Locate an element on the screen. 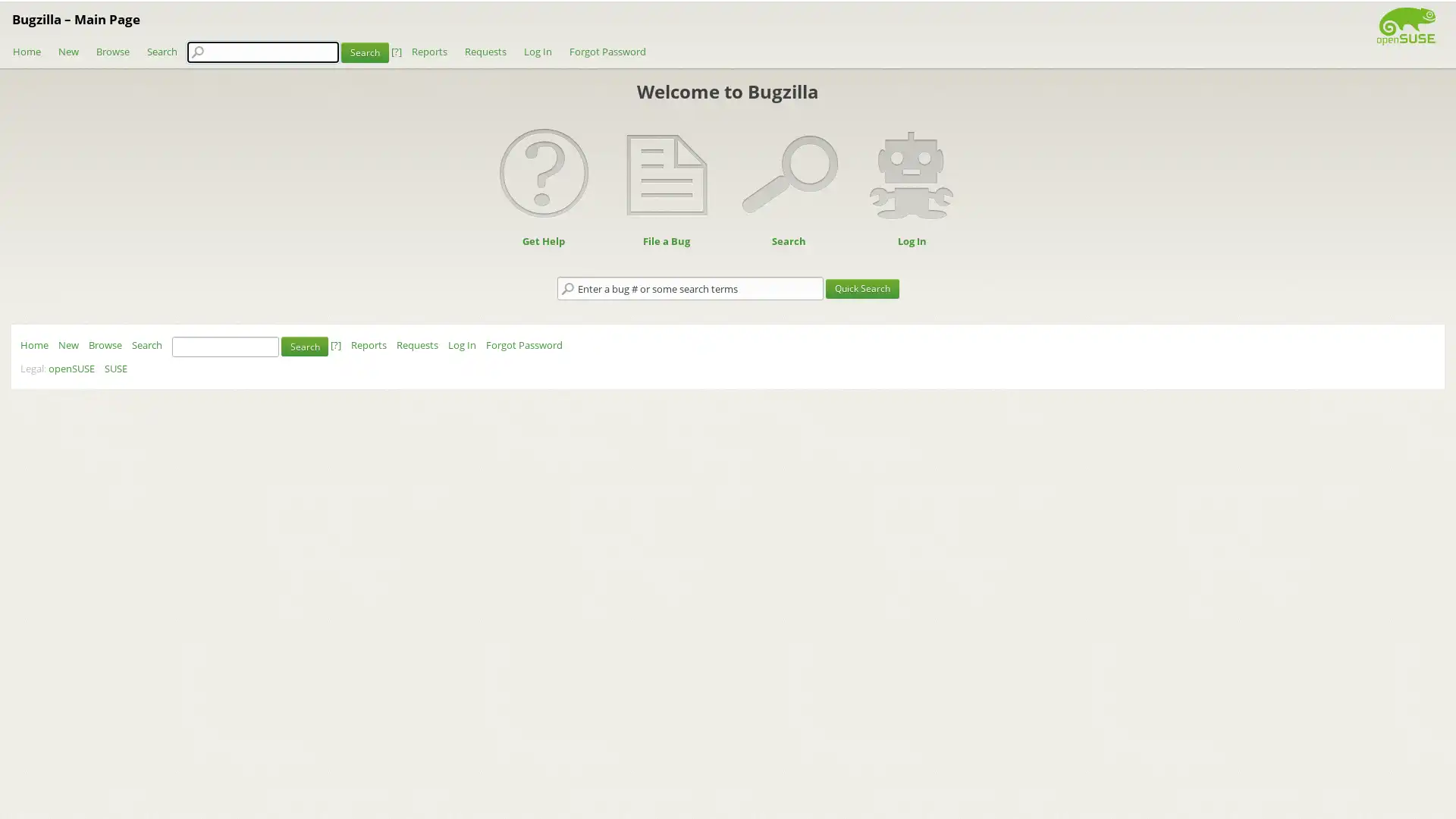  Search is located at coordinates (304, 346).